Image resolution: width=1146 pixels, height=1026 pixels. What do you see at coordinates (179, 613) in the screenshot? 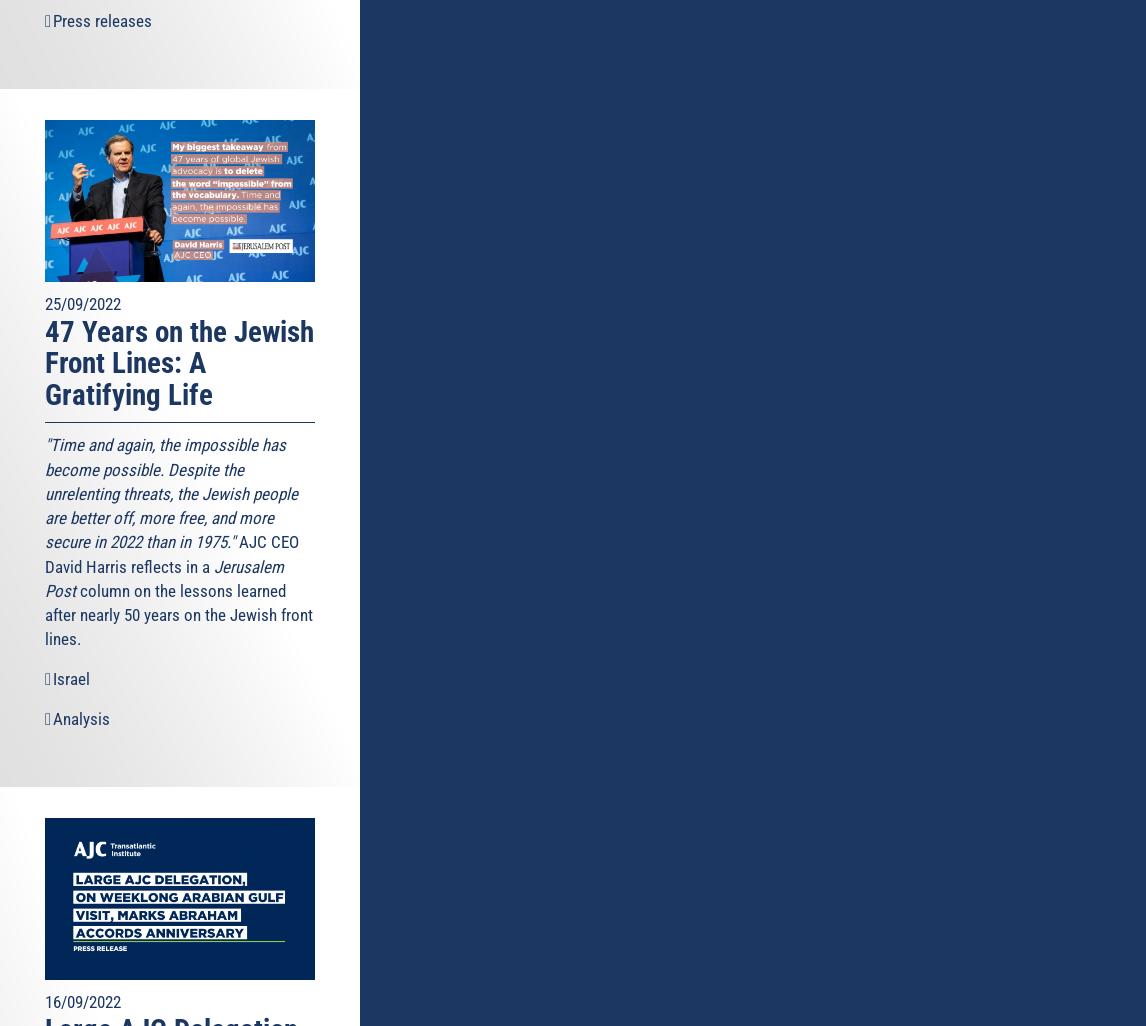
I see `'column on the lessons learned after nearly 50 years on the Jewish front lines.'` at bounding box center [179, 613].